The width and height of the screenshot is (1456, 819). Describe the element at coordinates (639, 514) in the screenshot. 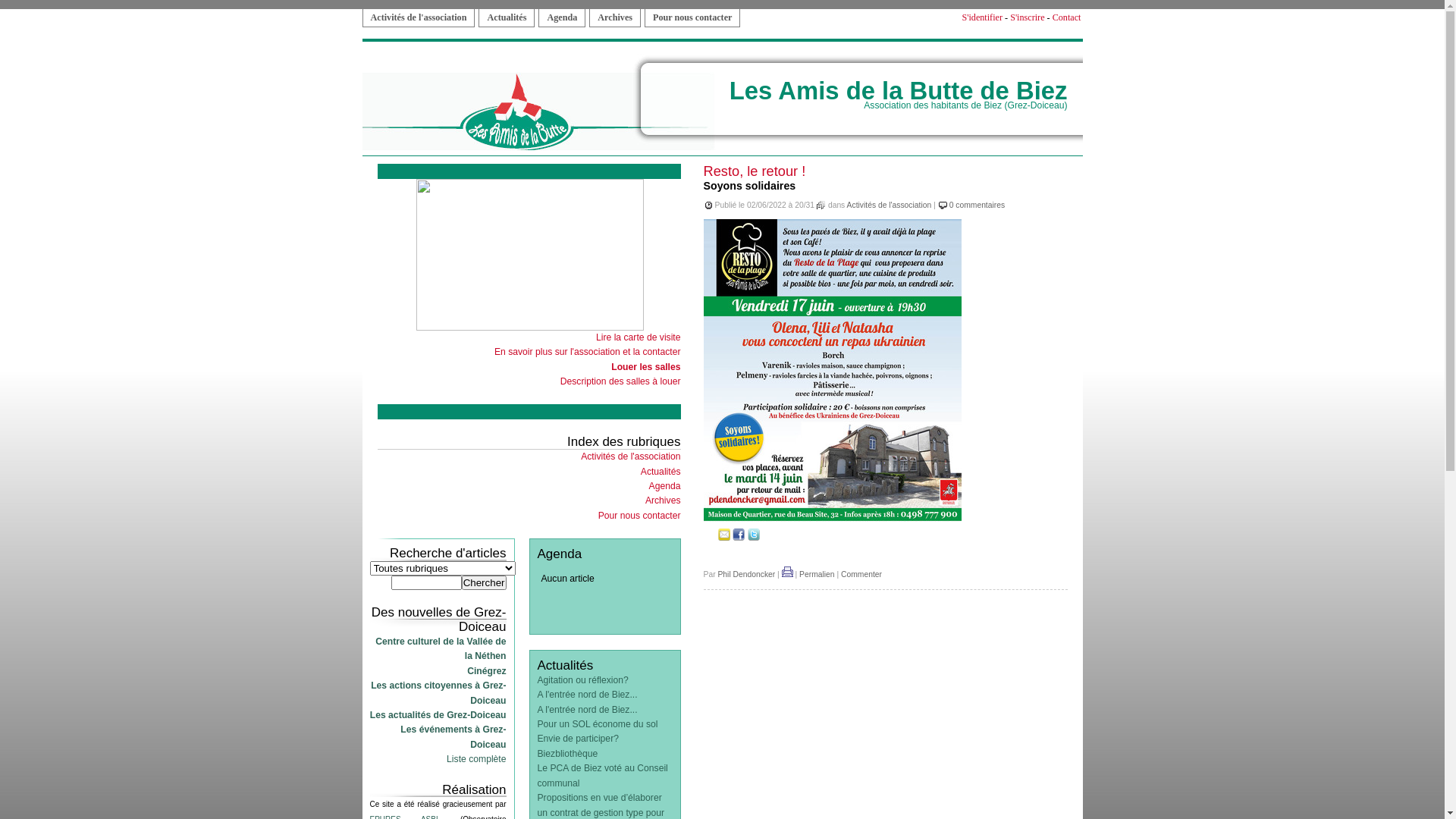

I see `'Pour nous contacter'` at that location.